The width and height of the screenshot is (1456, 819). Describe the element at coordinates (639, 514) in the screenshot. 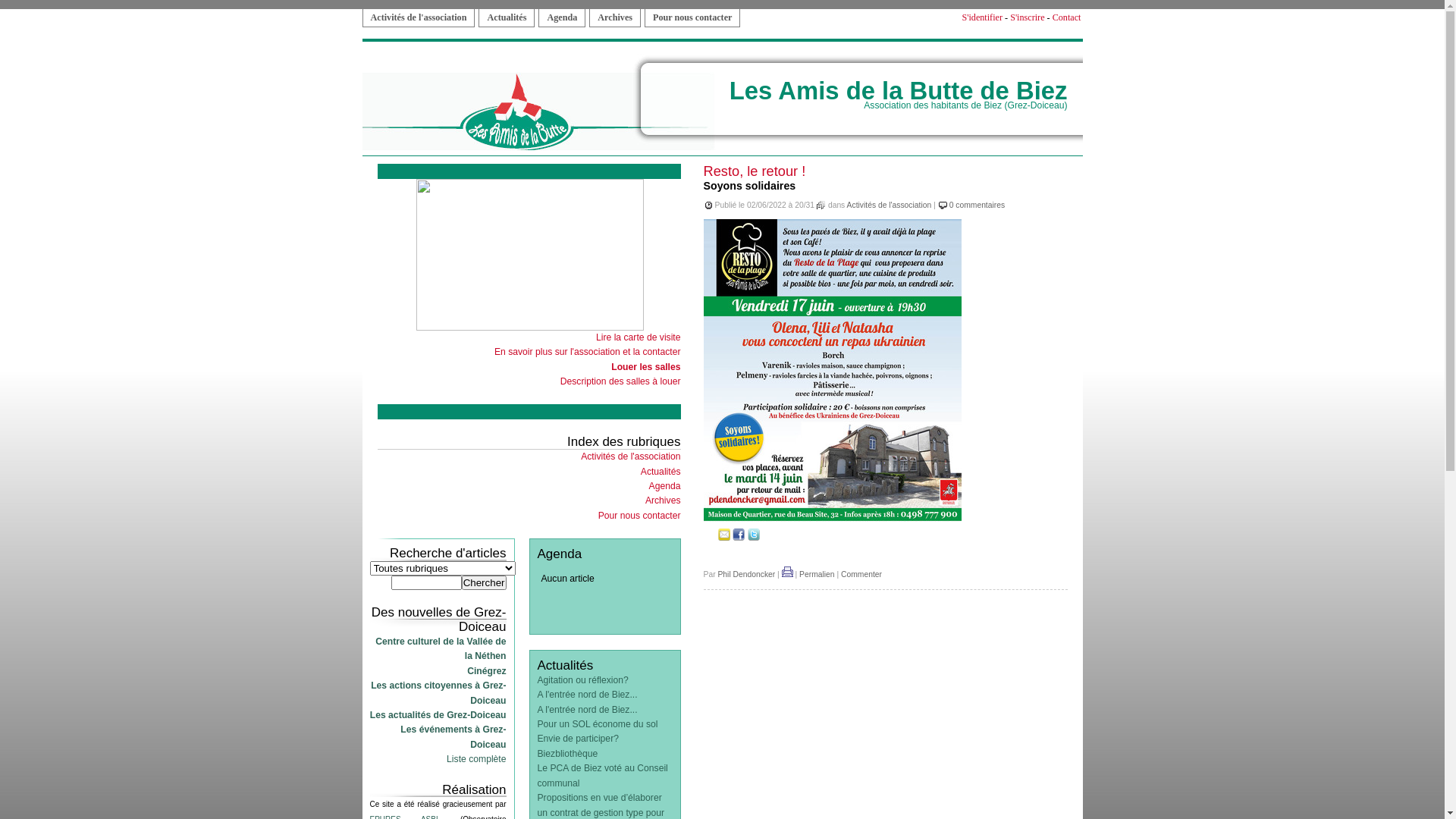

I see `'Pour nous contacter'` at that location.